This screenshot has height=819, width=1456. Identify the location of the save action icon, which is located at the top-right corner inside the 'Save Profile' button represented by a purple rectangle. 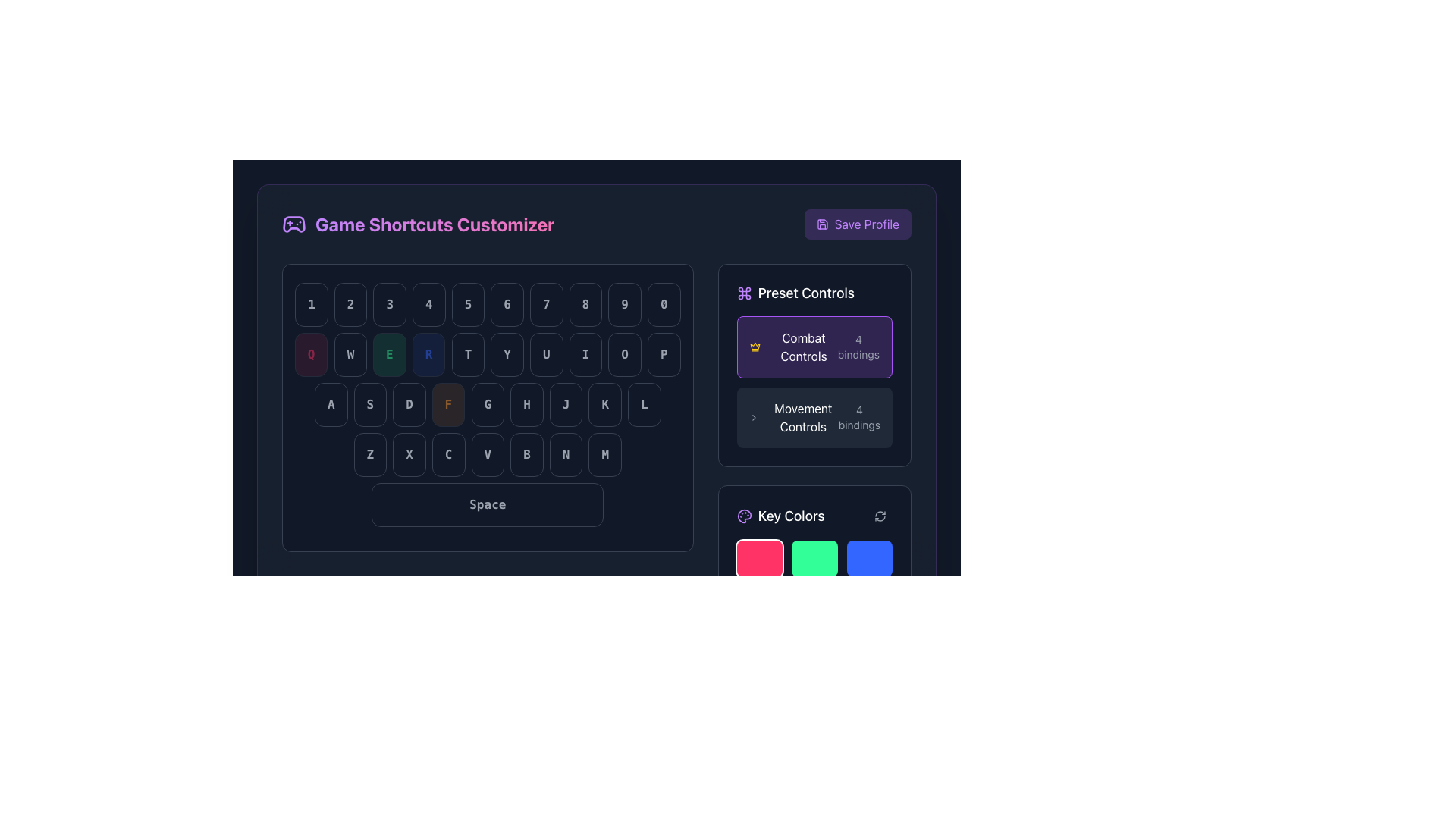
(821, 224).